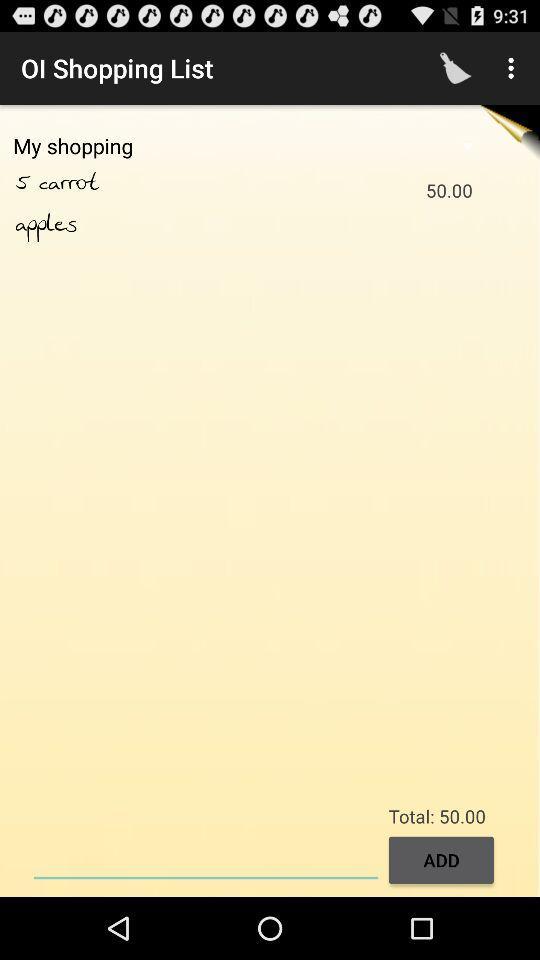  What do you see at coordinates (205, 857) in the screenshot?
I see `new items` at bounding box center [205, 857].